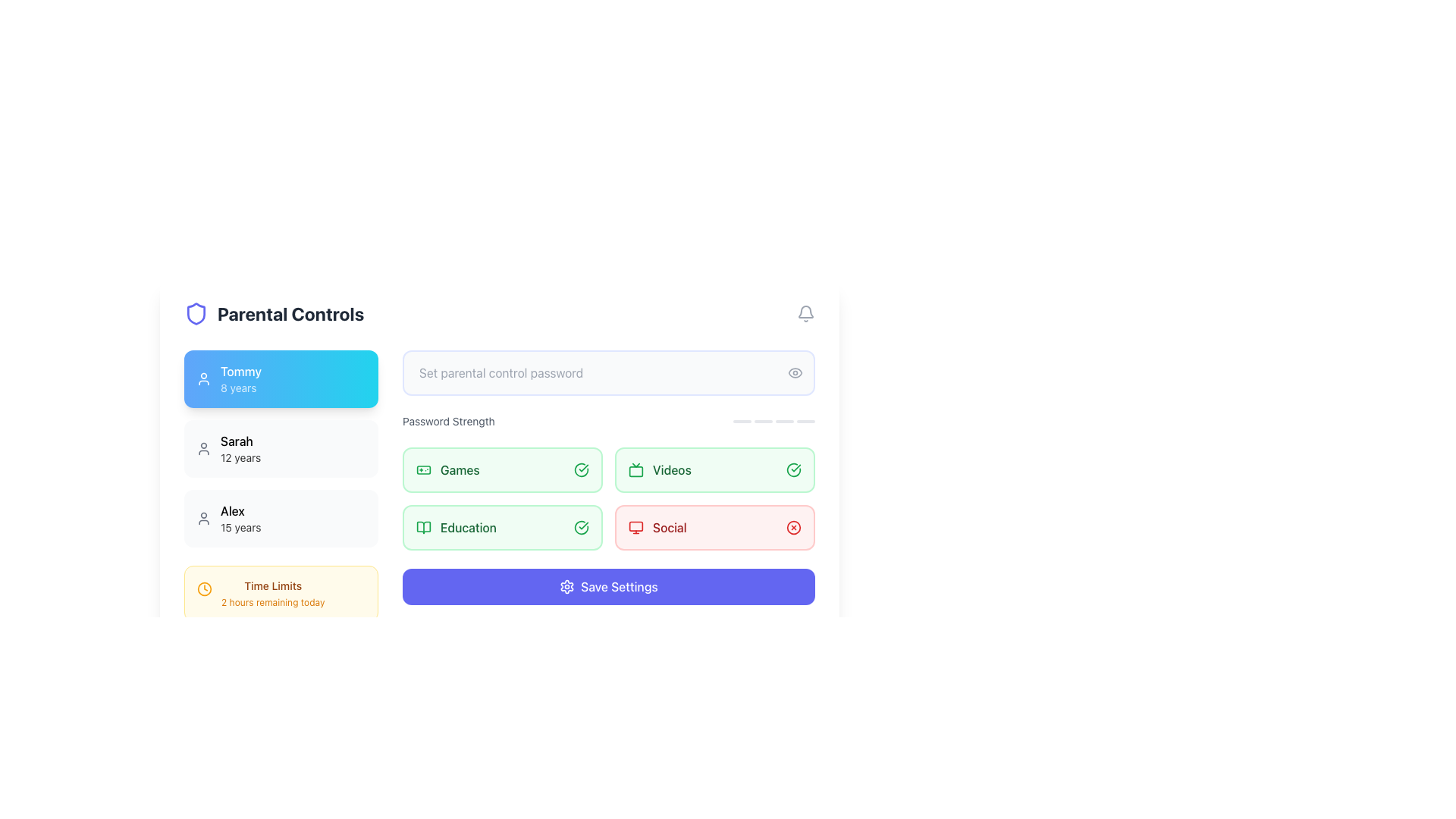  I want to click on the 'Social' category in the interactive card list, so click(714, 526).